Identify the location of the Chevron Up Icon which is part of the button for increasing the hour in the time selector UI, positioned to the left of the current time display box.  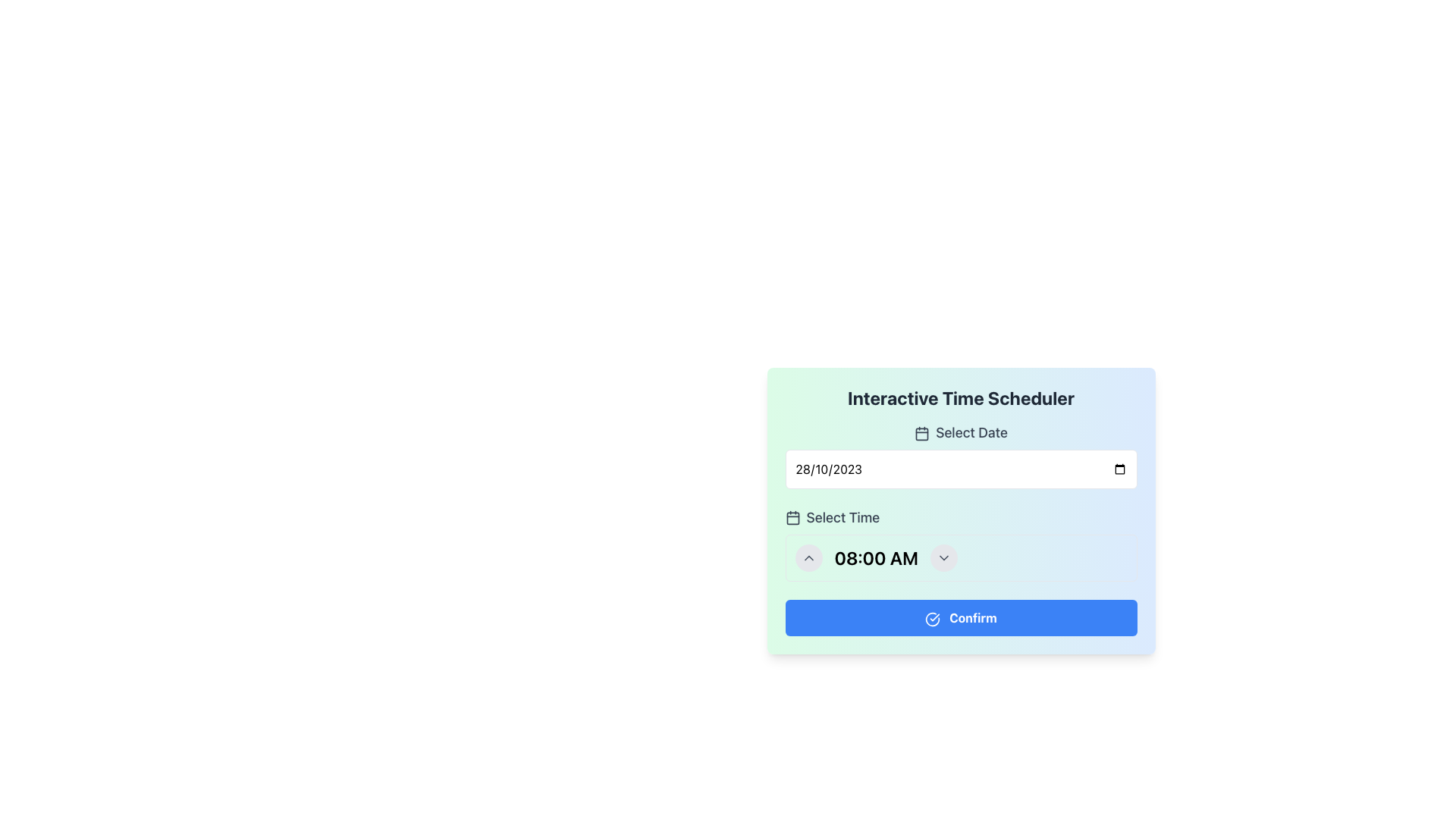
(808, 558).